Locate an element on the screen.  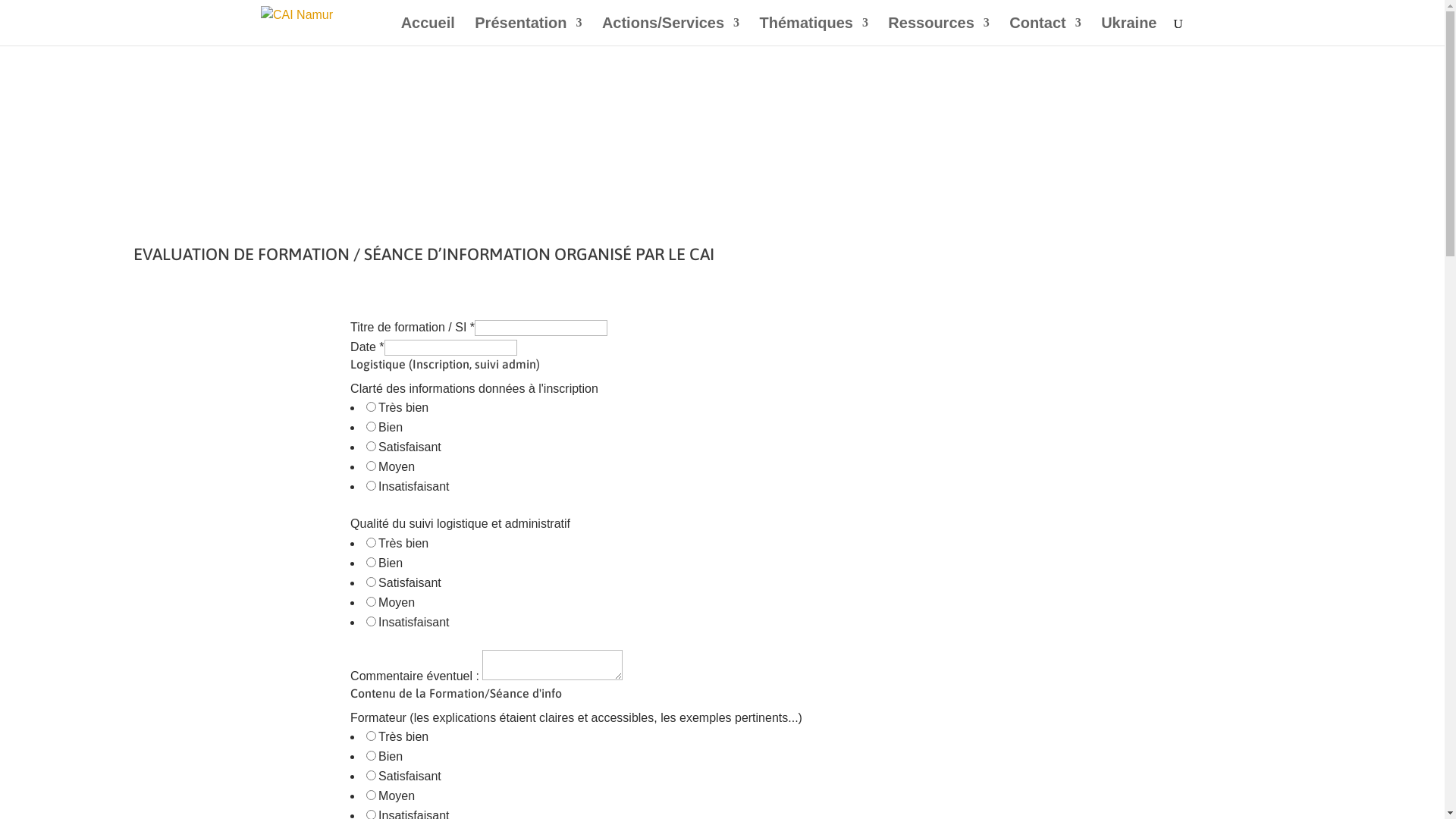
'Accueil' is located at coordinates (427, 31).